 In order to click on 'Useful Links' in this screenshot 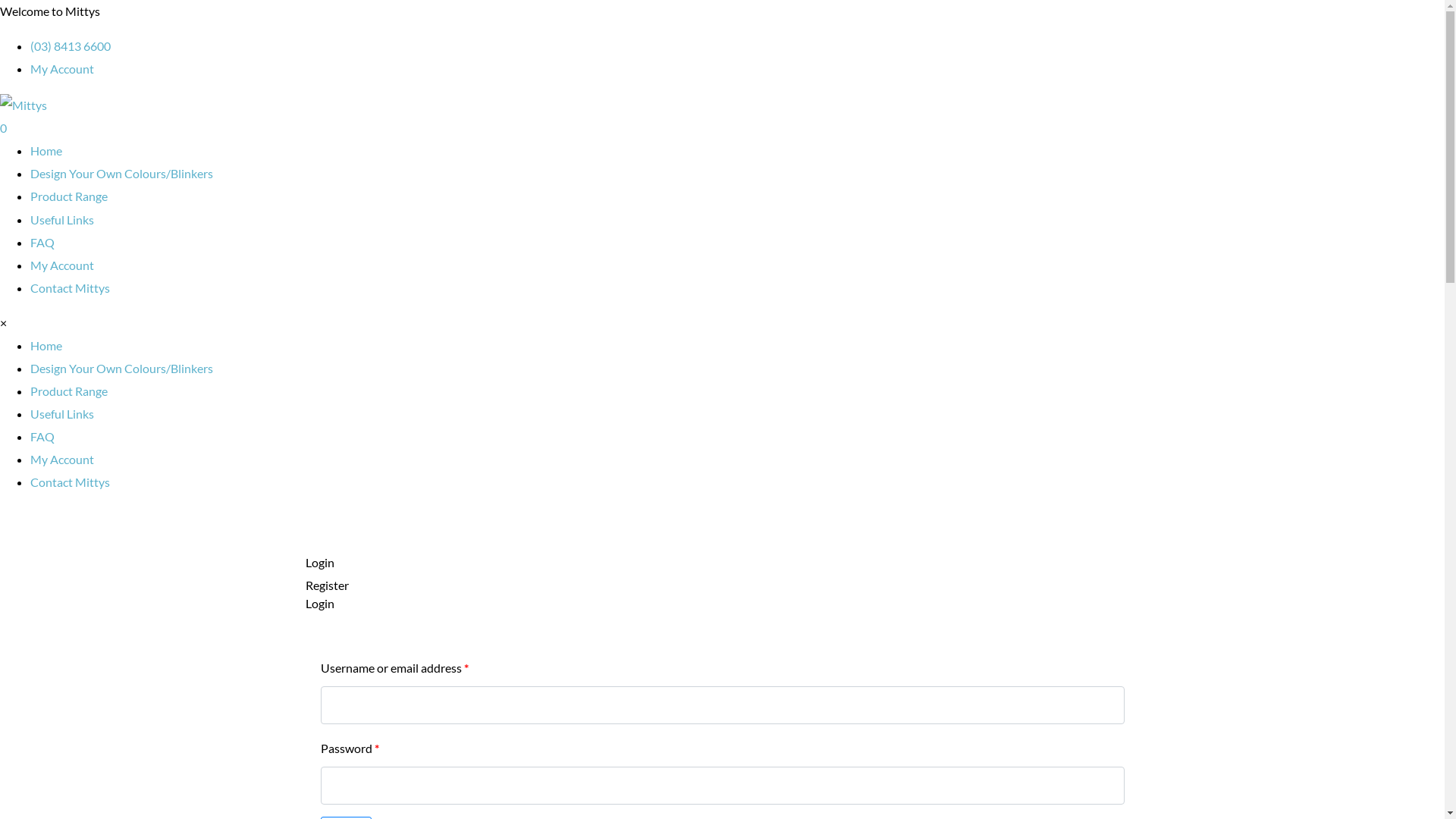, I will do `click(30, 219)`.